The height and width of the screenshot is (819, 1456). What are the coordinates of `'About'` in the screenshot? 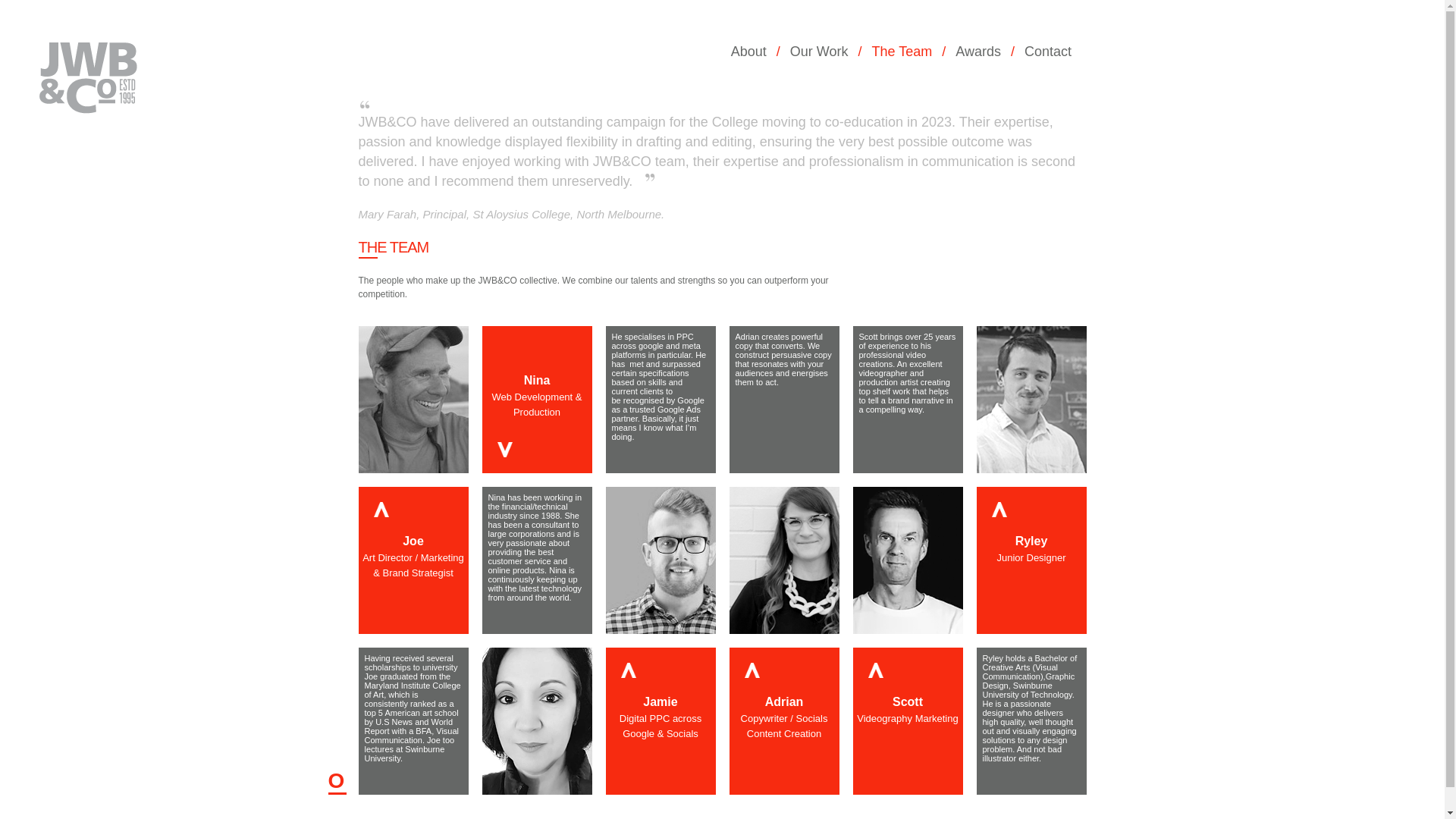 It's located at (753, 51).